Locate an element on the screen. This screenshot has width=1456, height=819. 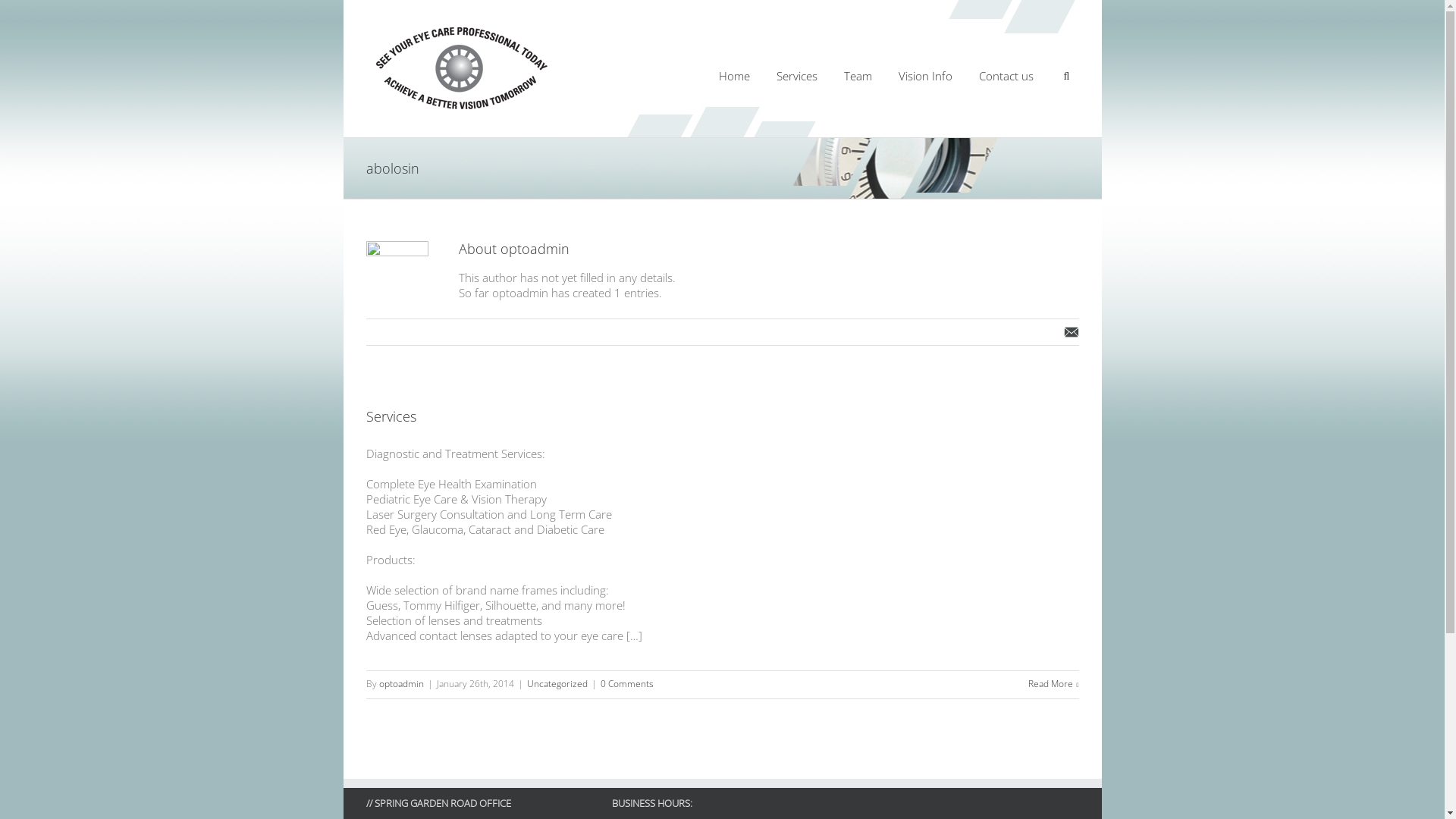
'Home' is located at coordinates (734, 75).